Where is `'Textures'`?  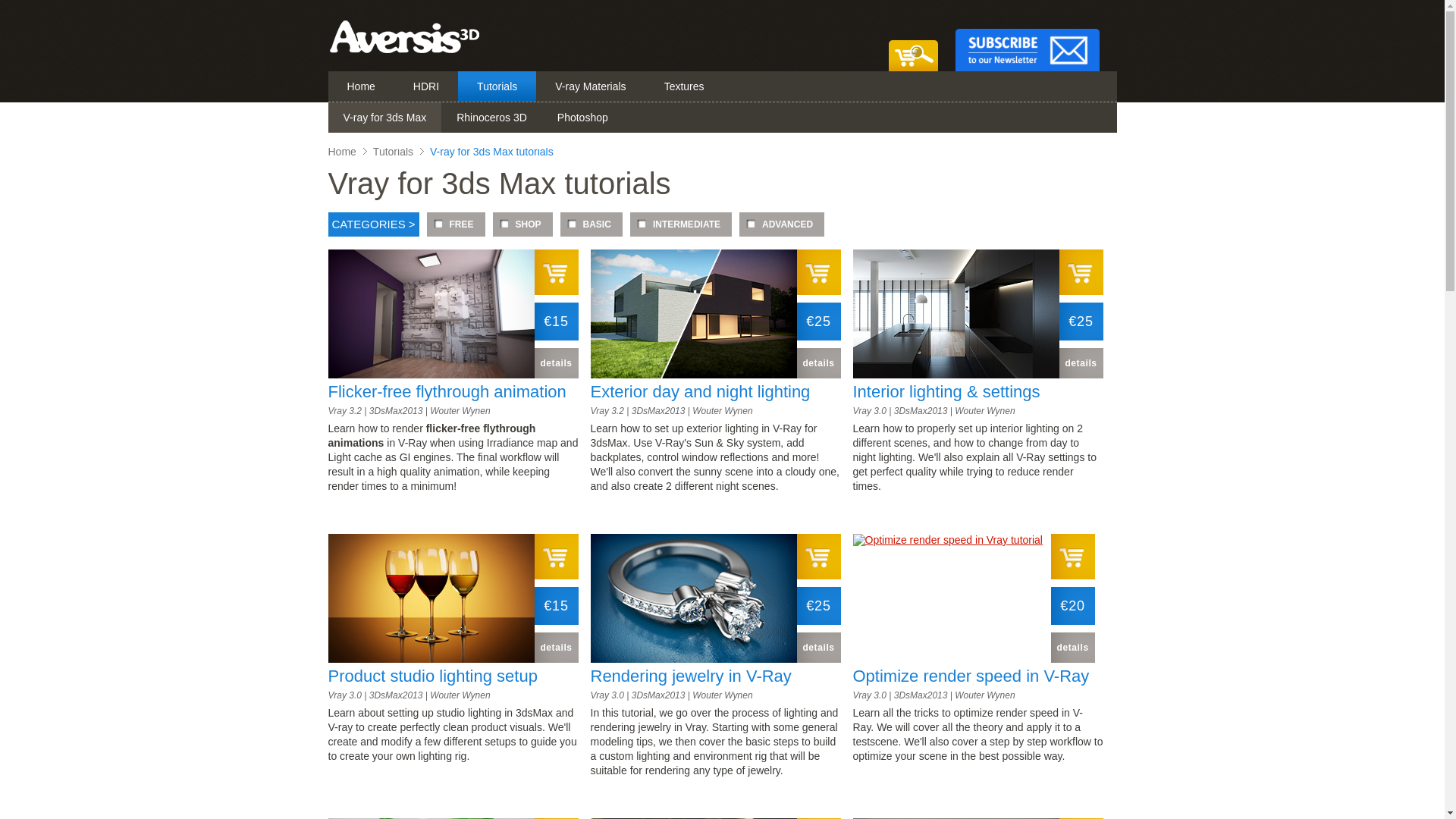 'Textures' is located at coordinates (683, 86).